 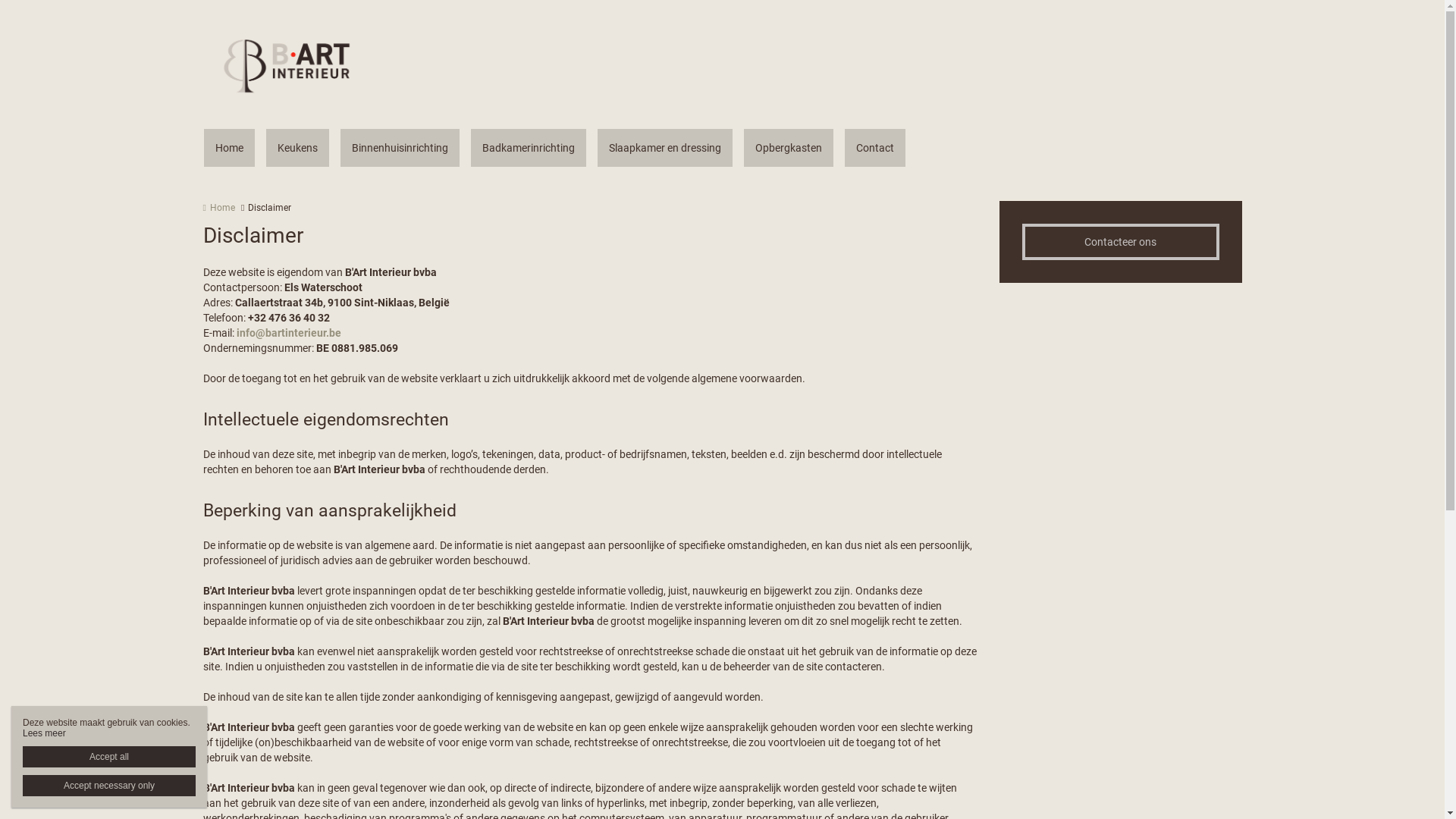 What do you see at coordinates (297, 148) in the screenshot?
I see `'Keukens'` at bounding box center [297, 148].